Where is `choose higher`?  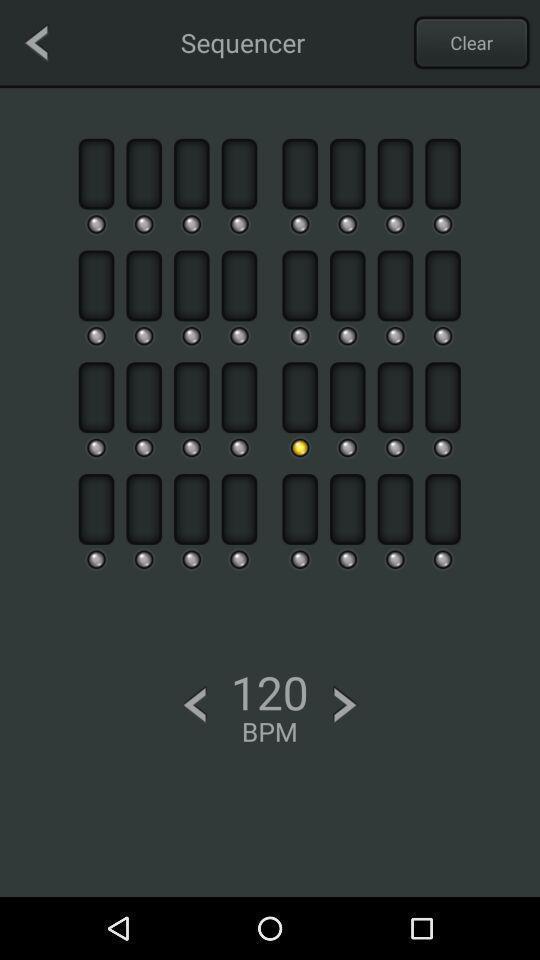 choose higher is located at coordinates (344, 705).